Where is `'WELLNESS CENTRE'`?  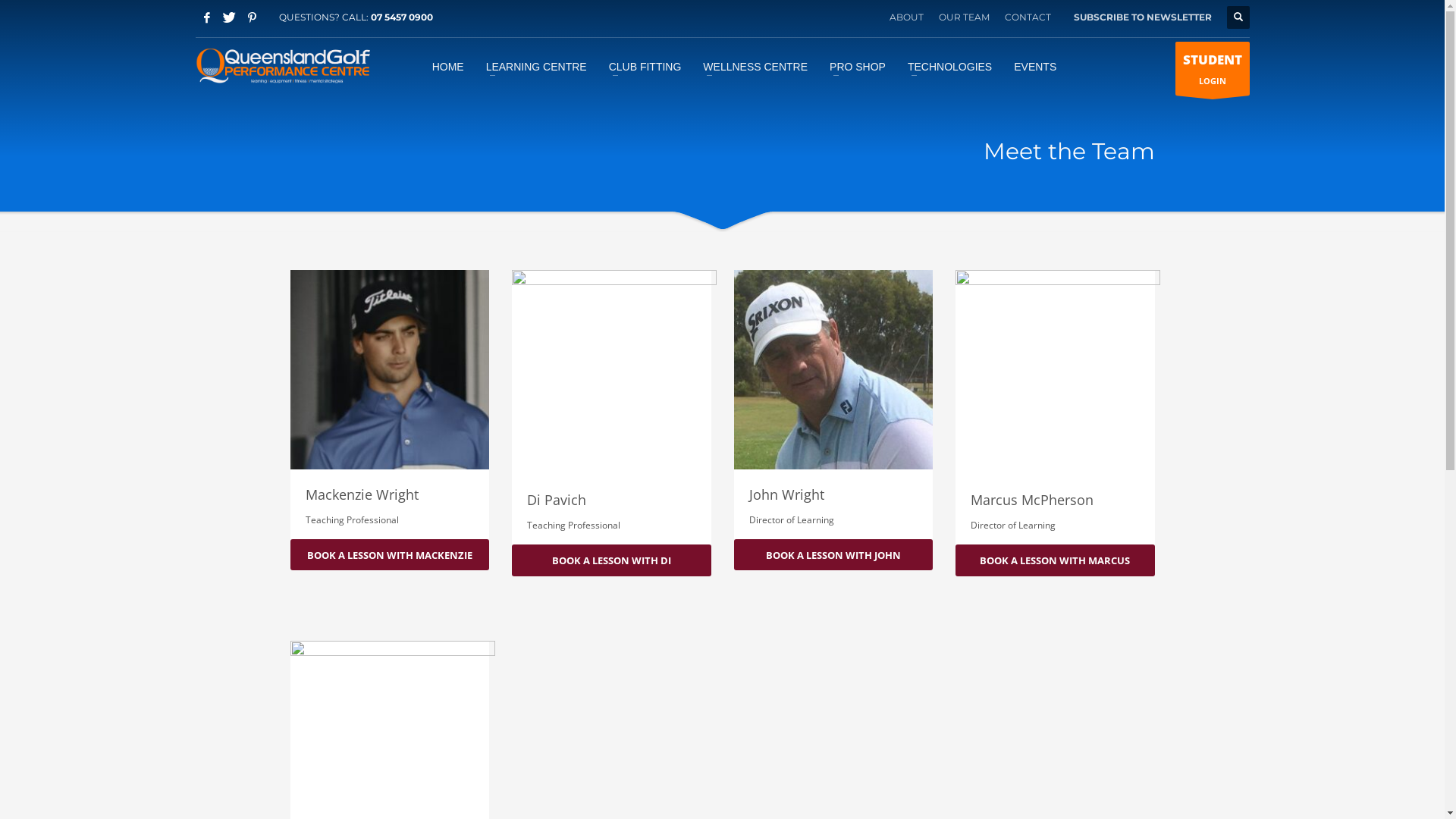
'WELLNESS CENTRE' is located at coordinates (755, 65).